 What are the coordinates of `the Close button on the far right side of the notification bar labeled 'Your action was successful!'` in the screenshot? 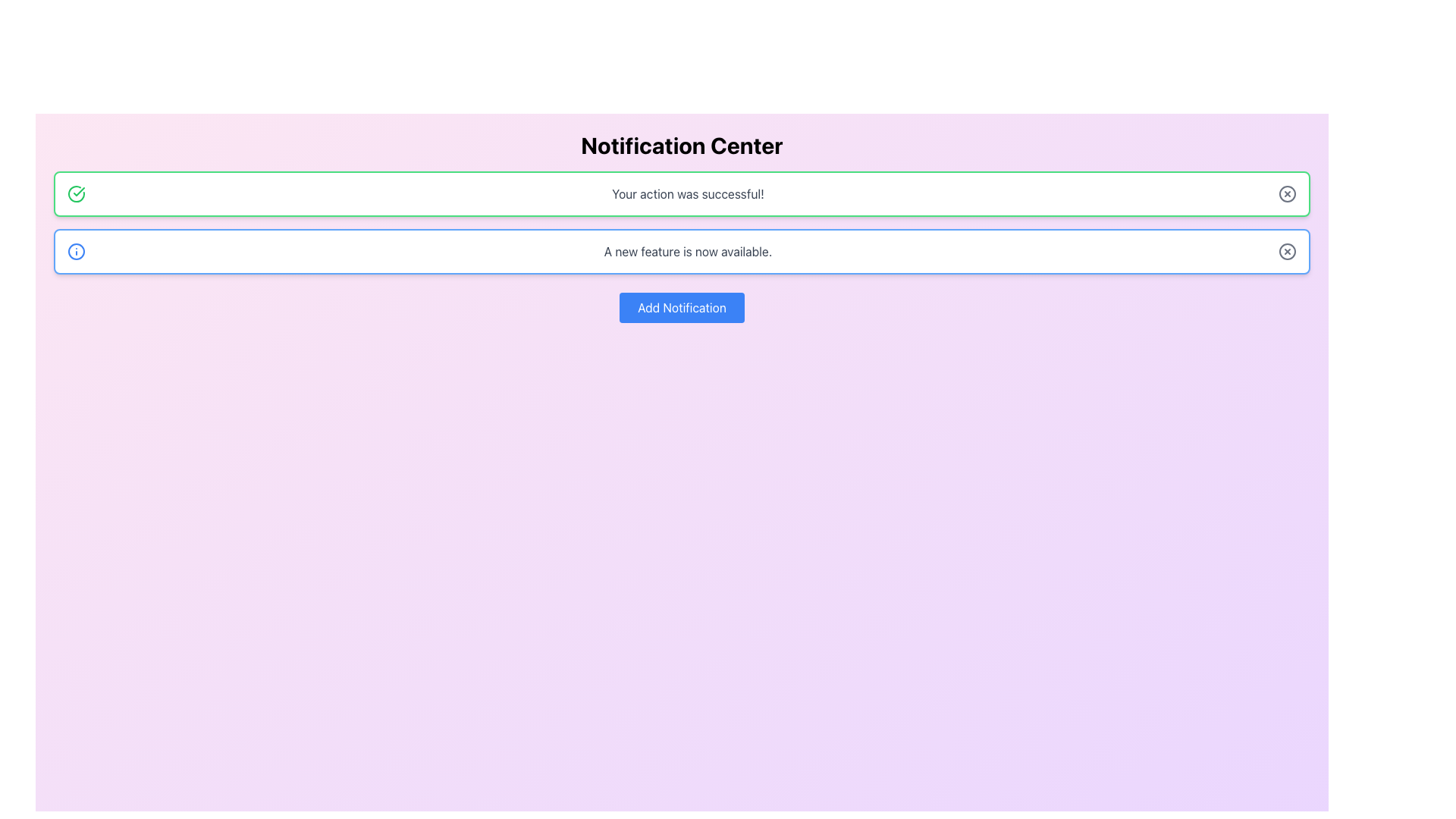 It's located at (1287, 193).